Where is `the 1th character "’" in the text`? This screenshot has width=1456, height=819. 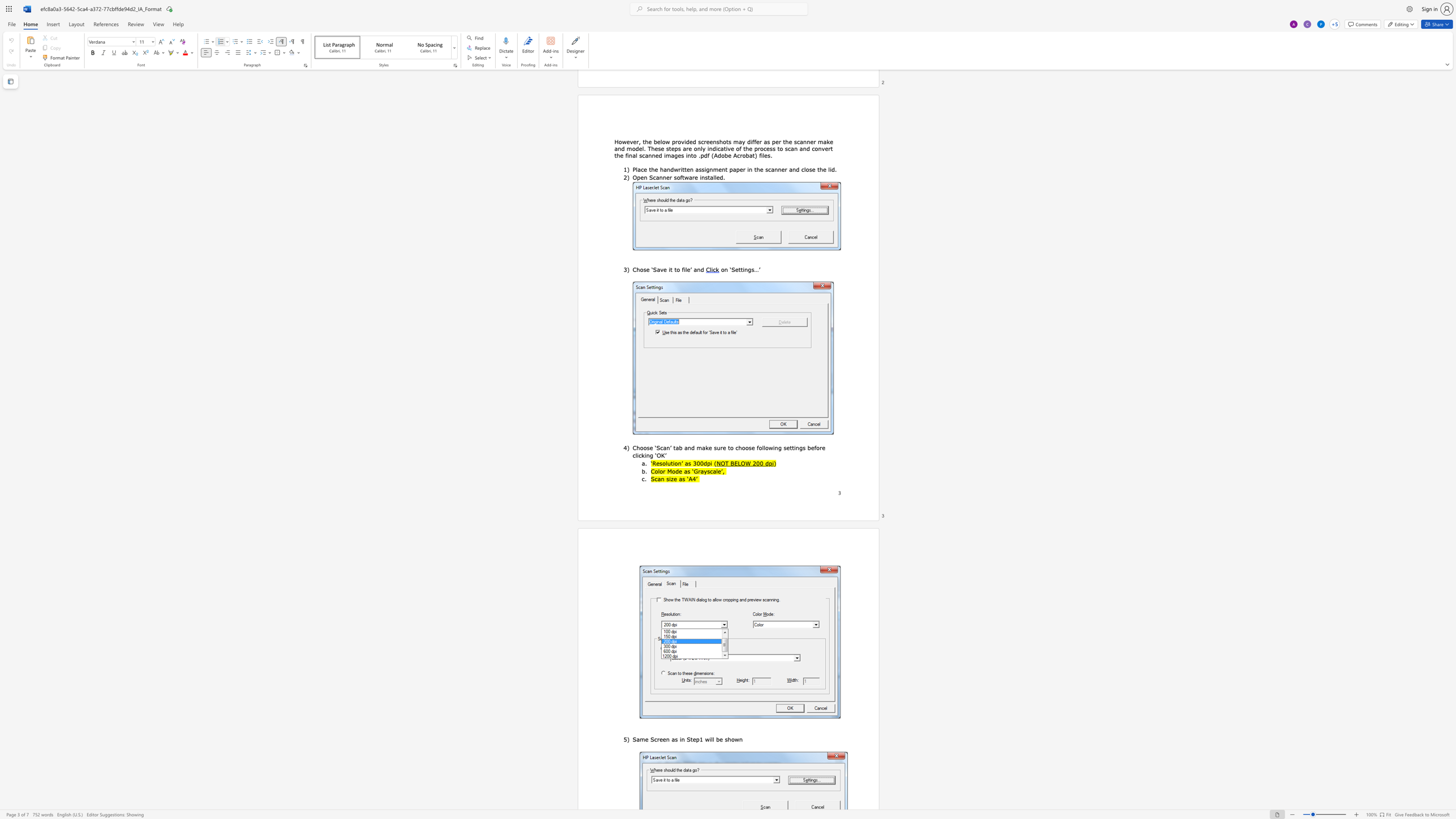 the 1th character "’" in the text is located at coordinates (671, 447).